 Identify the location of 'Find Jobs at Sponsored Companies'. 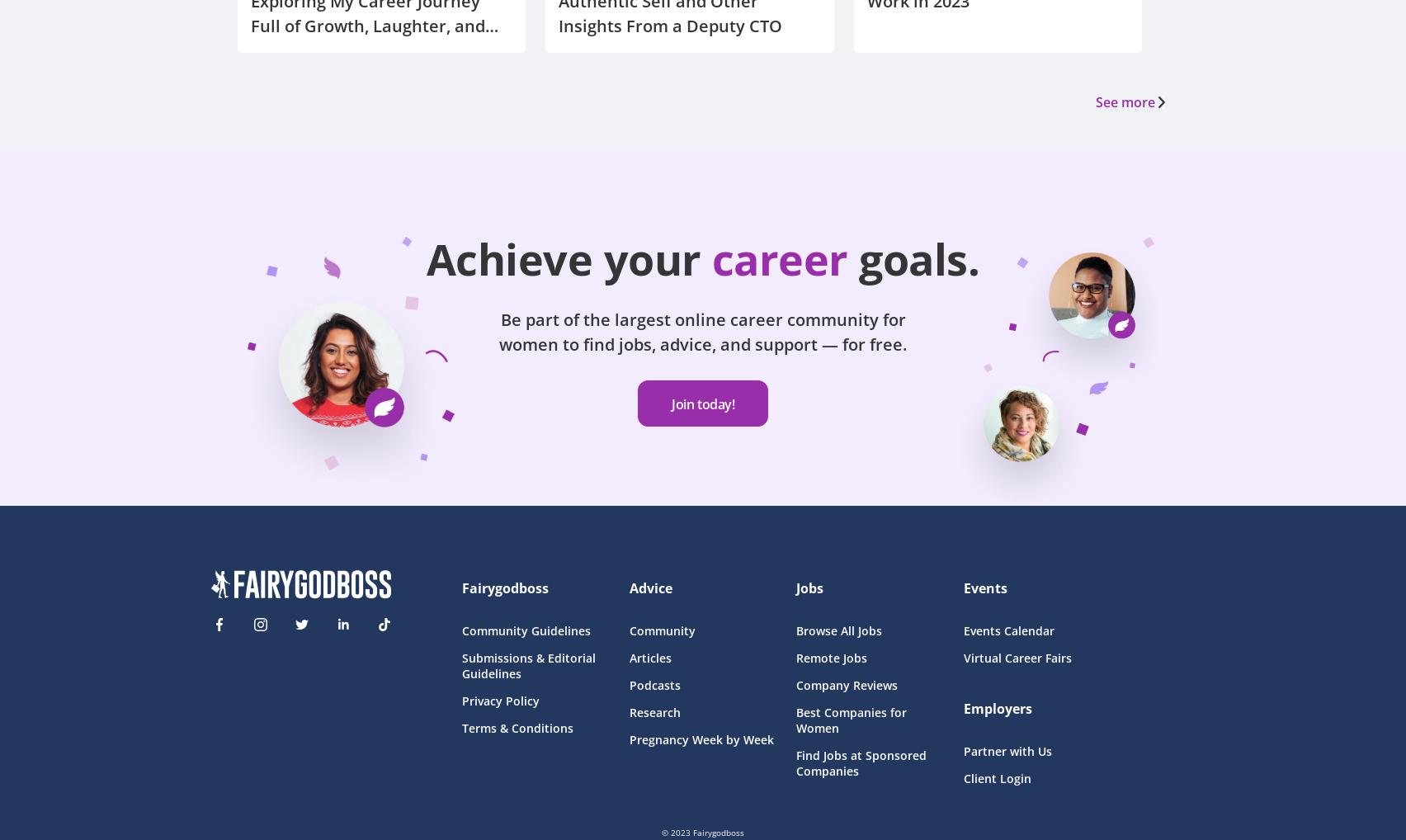
(795, 762).